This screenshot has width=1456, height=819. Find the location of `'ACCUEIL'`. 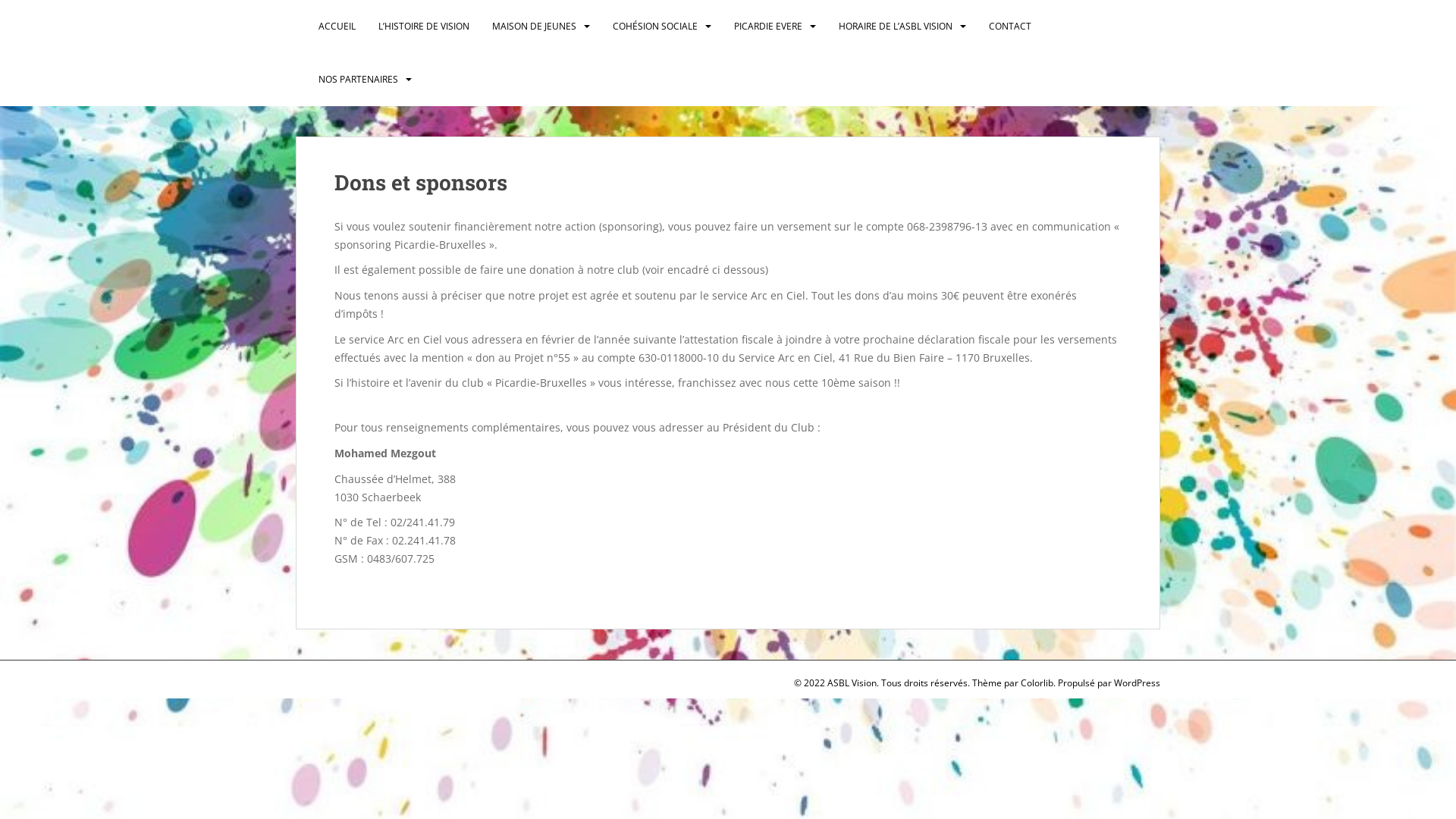

'ACCUEIL' is located at coordinates (336, 26).